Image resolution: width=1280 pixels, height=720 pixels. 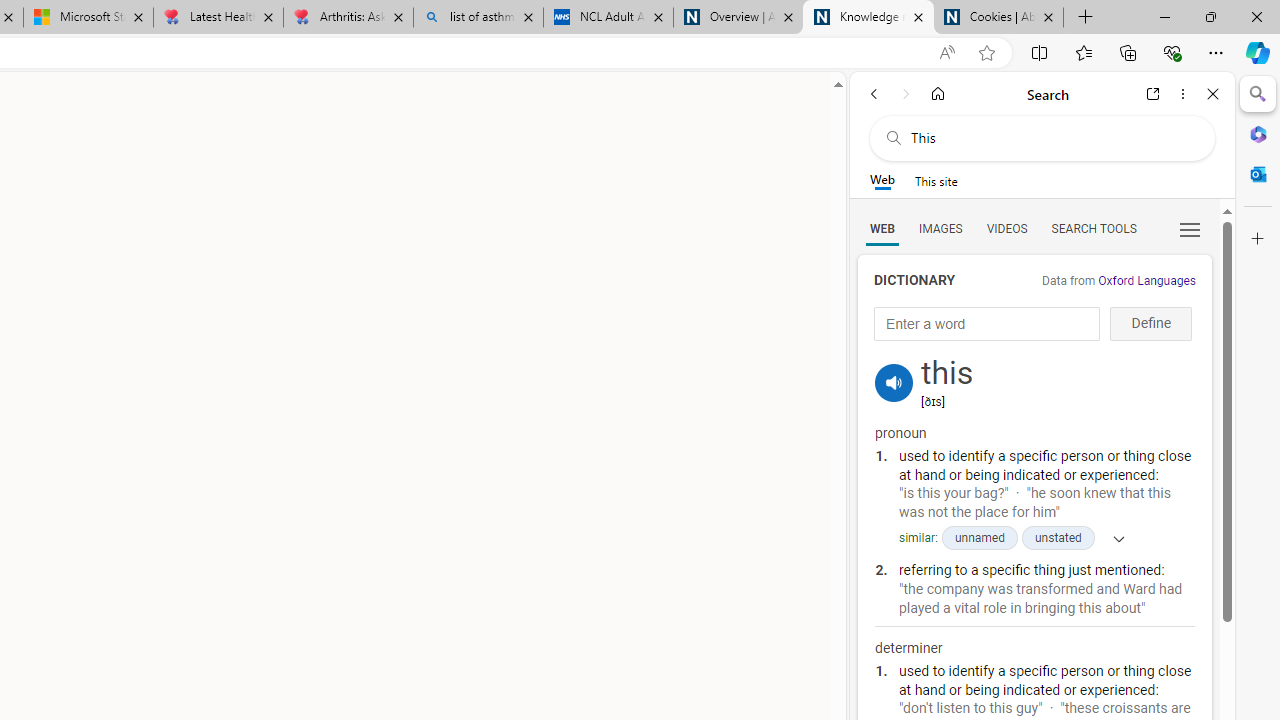 I want to click on 'list of asthma inhalers uk - Search', so click(x=477, y=17).